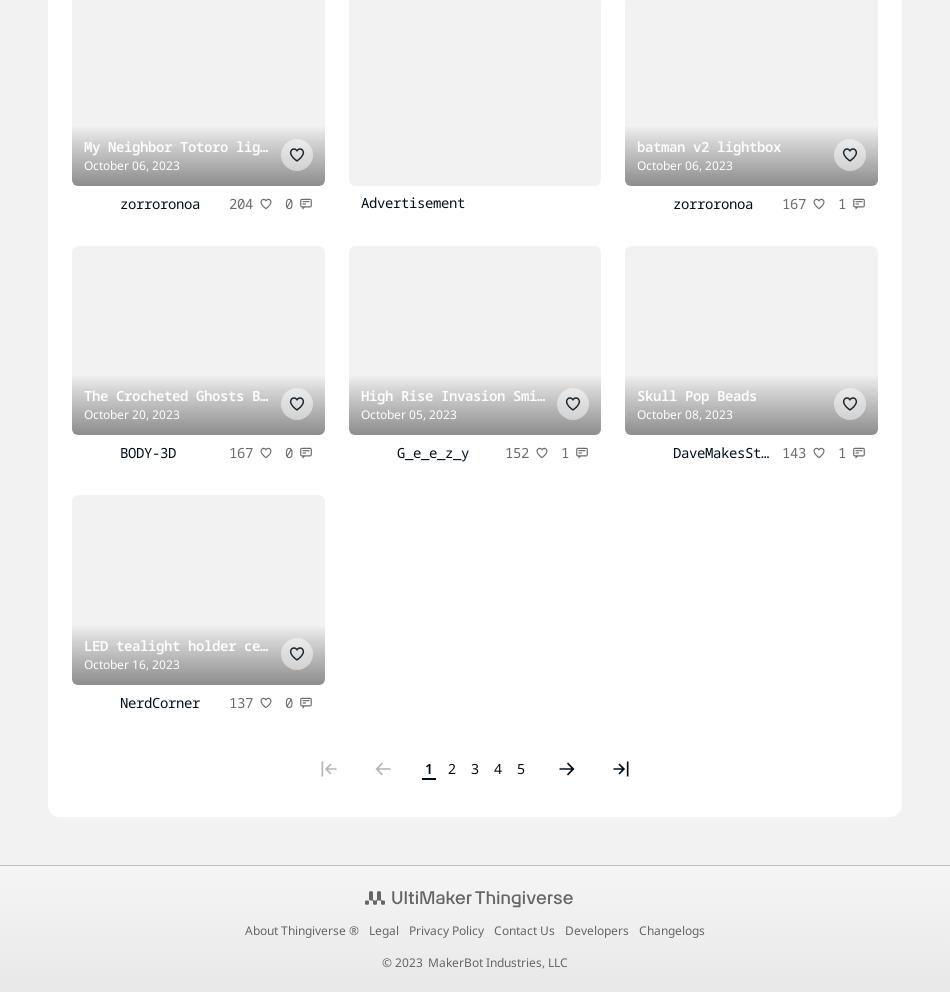 This screenshot has width=950, height=992. What do you see at coordinates (638, 928) in the screenshot?
I see `'Changelogs'` at bounding box center [638, 928].